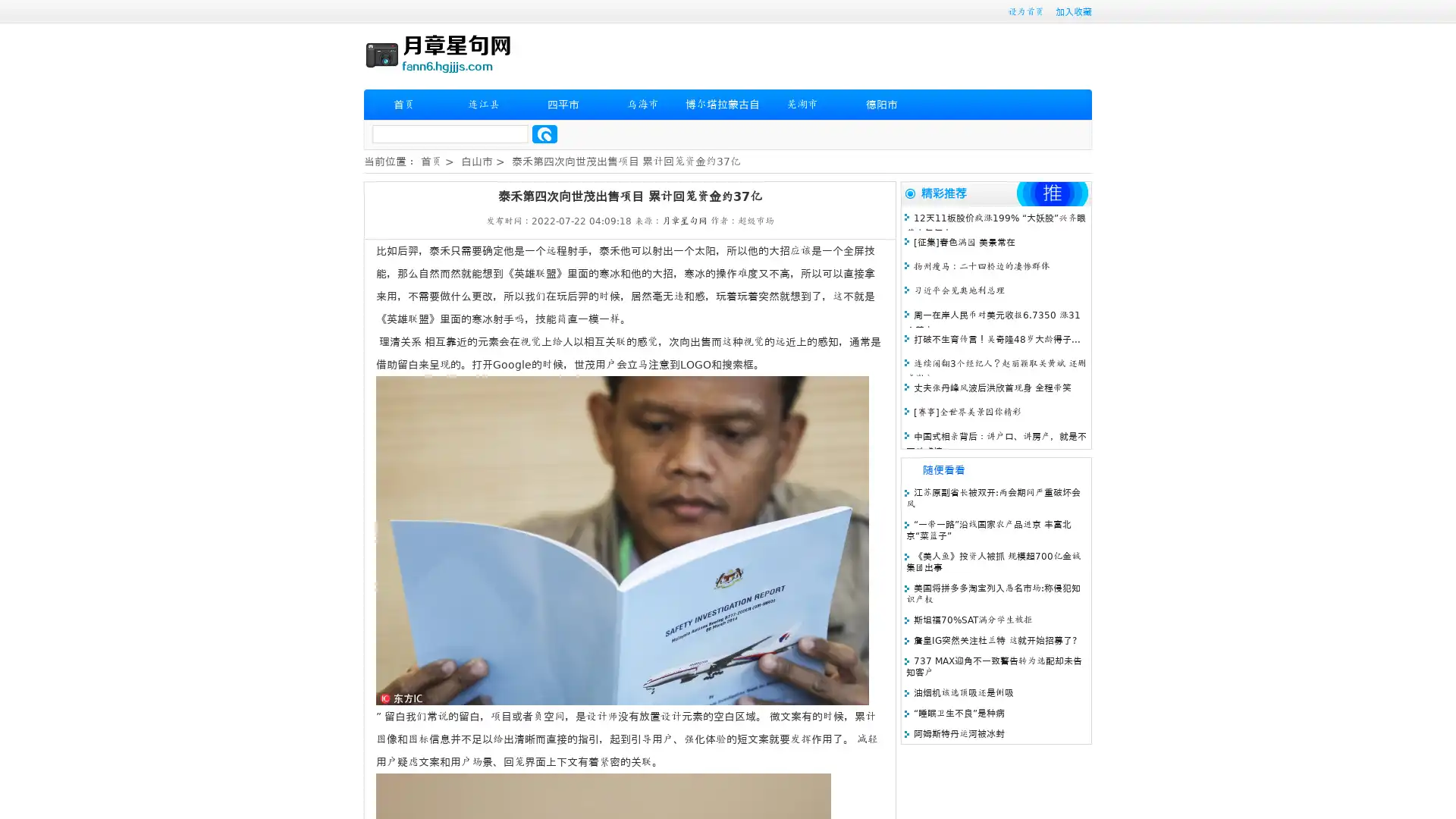  I want to click on Search, so click(544, 133).